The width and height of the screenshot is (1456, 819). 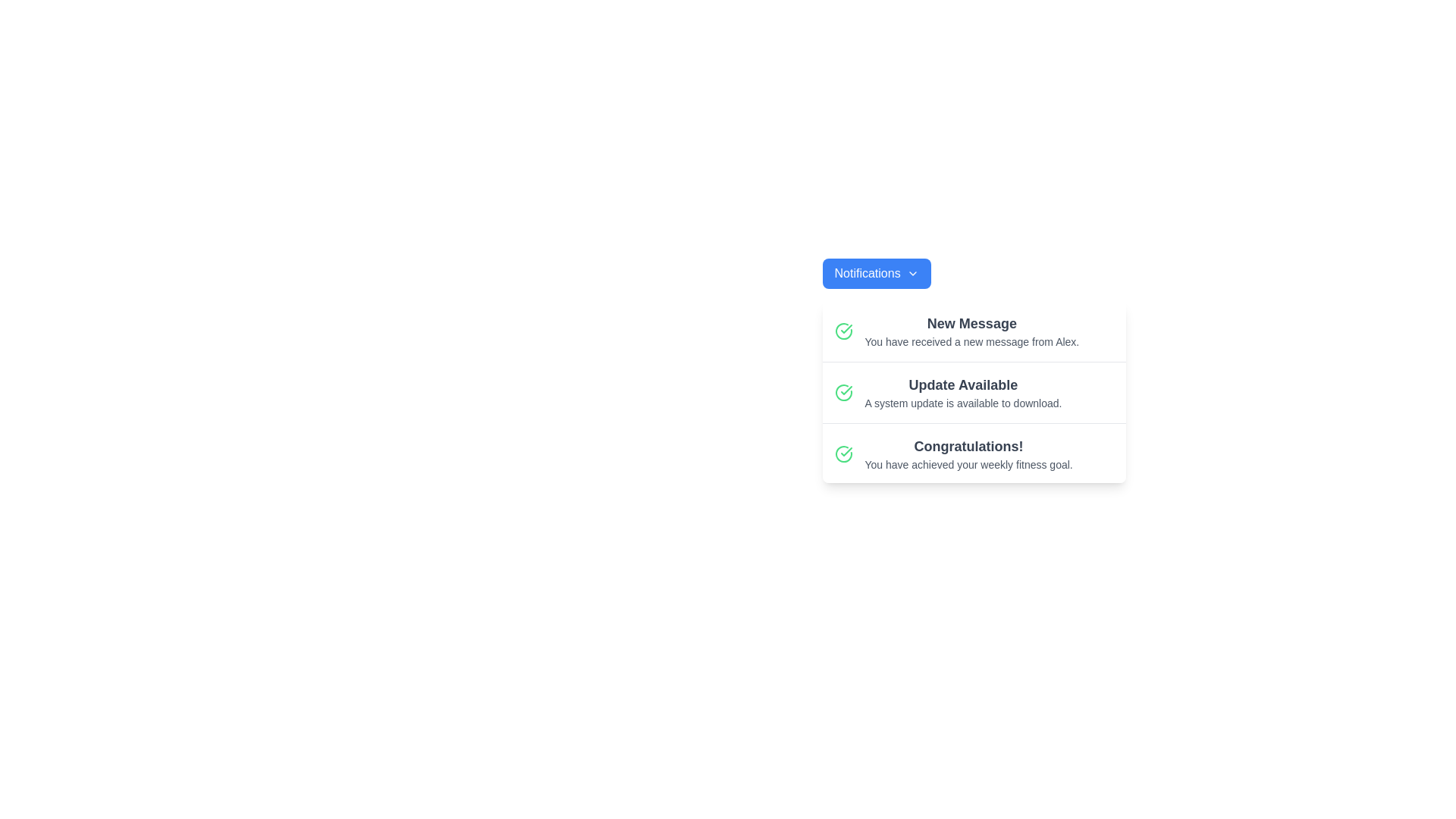 What do you see at coordinates (971, 323) in the screenshot?
I see `the 'New Message' text label, which is prominently styled in bold and larger font, located at the top of the notification card in the dropdown menu under the 'Notifications' button` at bounding box center [971, 323].